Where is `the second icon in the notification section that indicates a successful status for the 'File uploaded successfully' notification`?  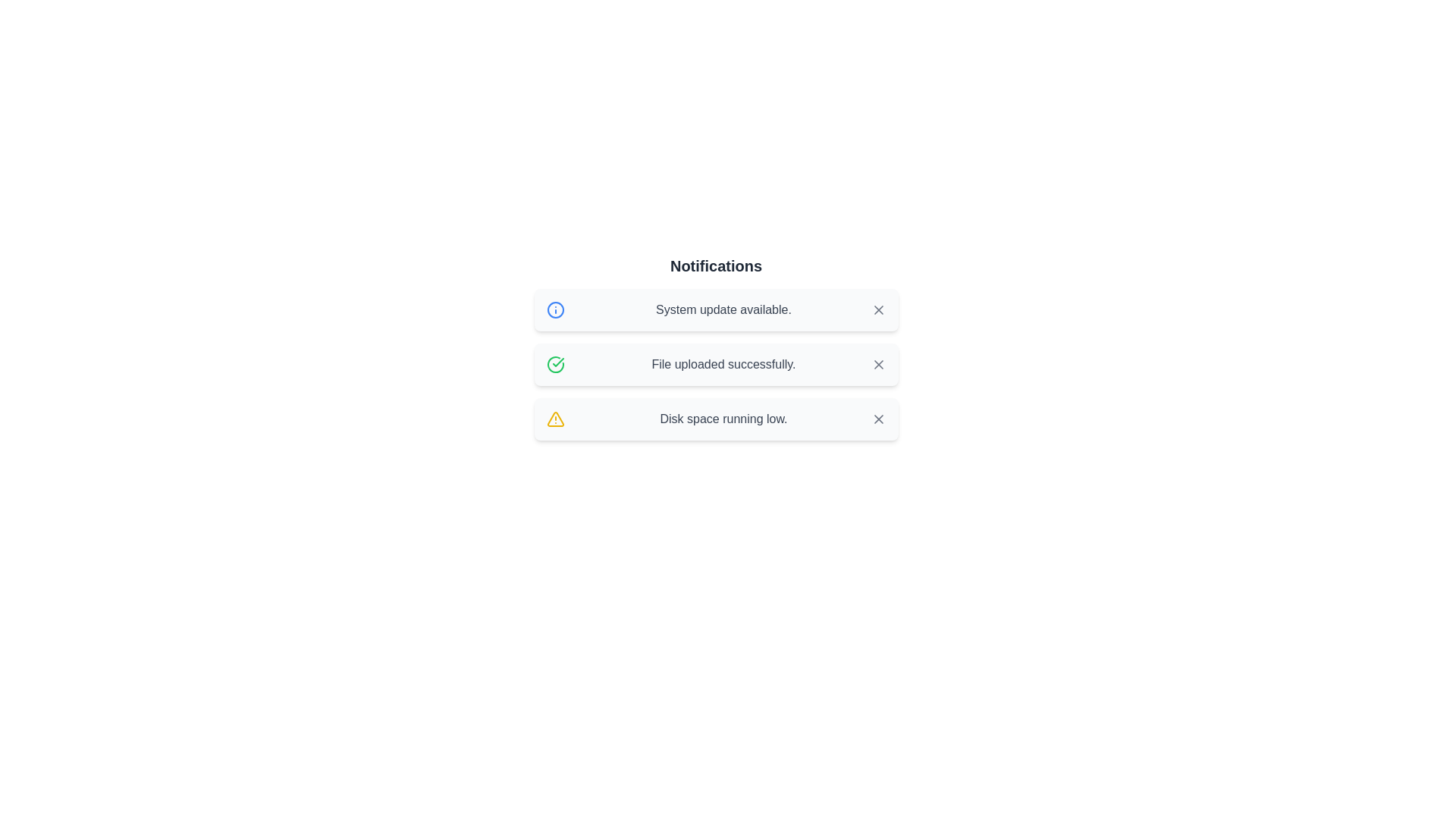
the second icon in the notification section that indicates a successful status for the 'File uploaded successfully' notification is located at coordinates (554, 365).